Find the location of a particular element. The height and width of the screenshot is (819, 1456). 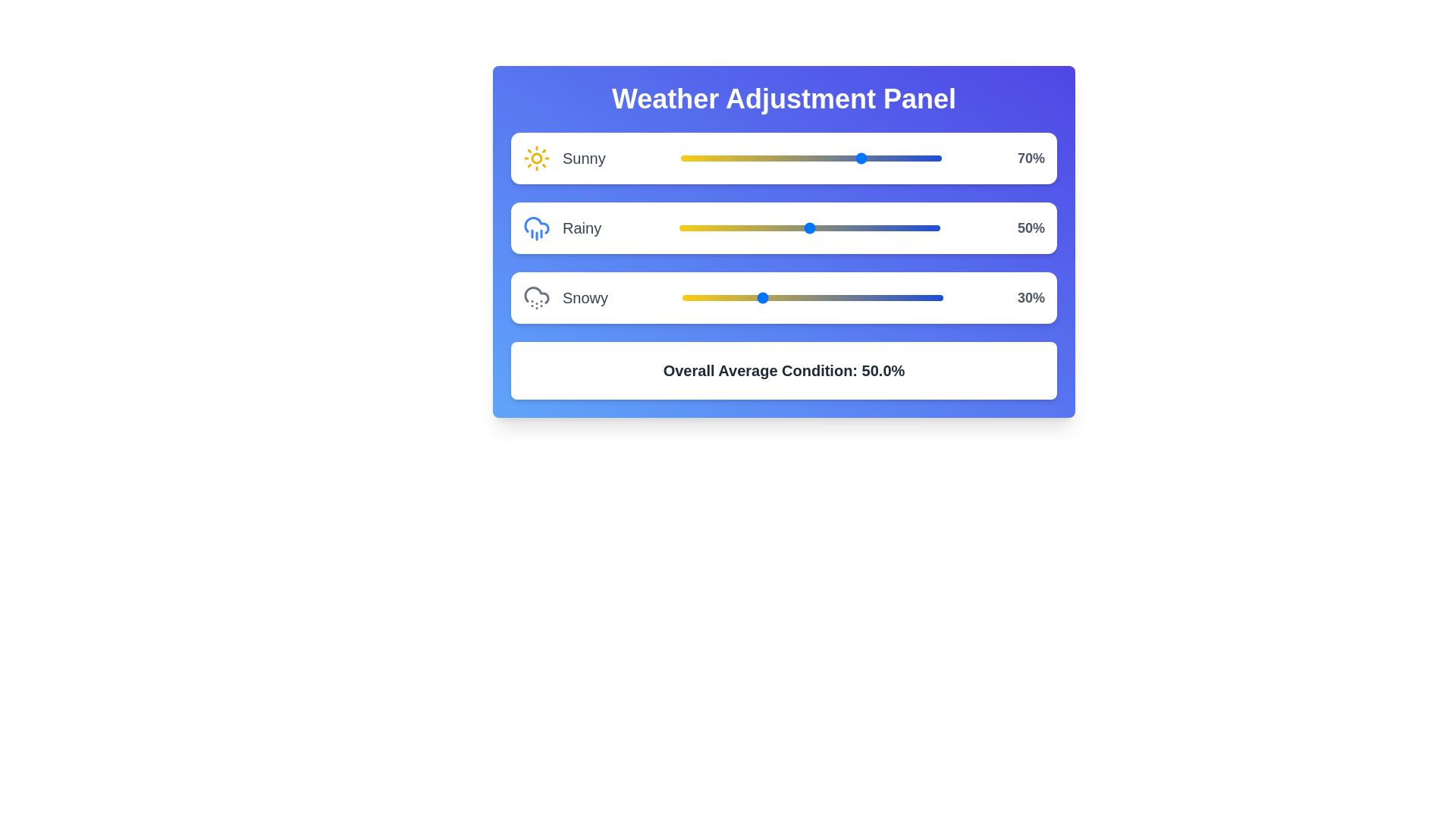

the value of the slider is located at coordinates (932, 298).